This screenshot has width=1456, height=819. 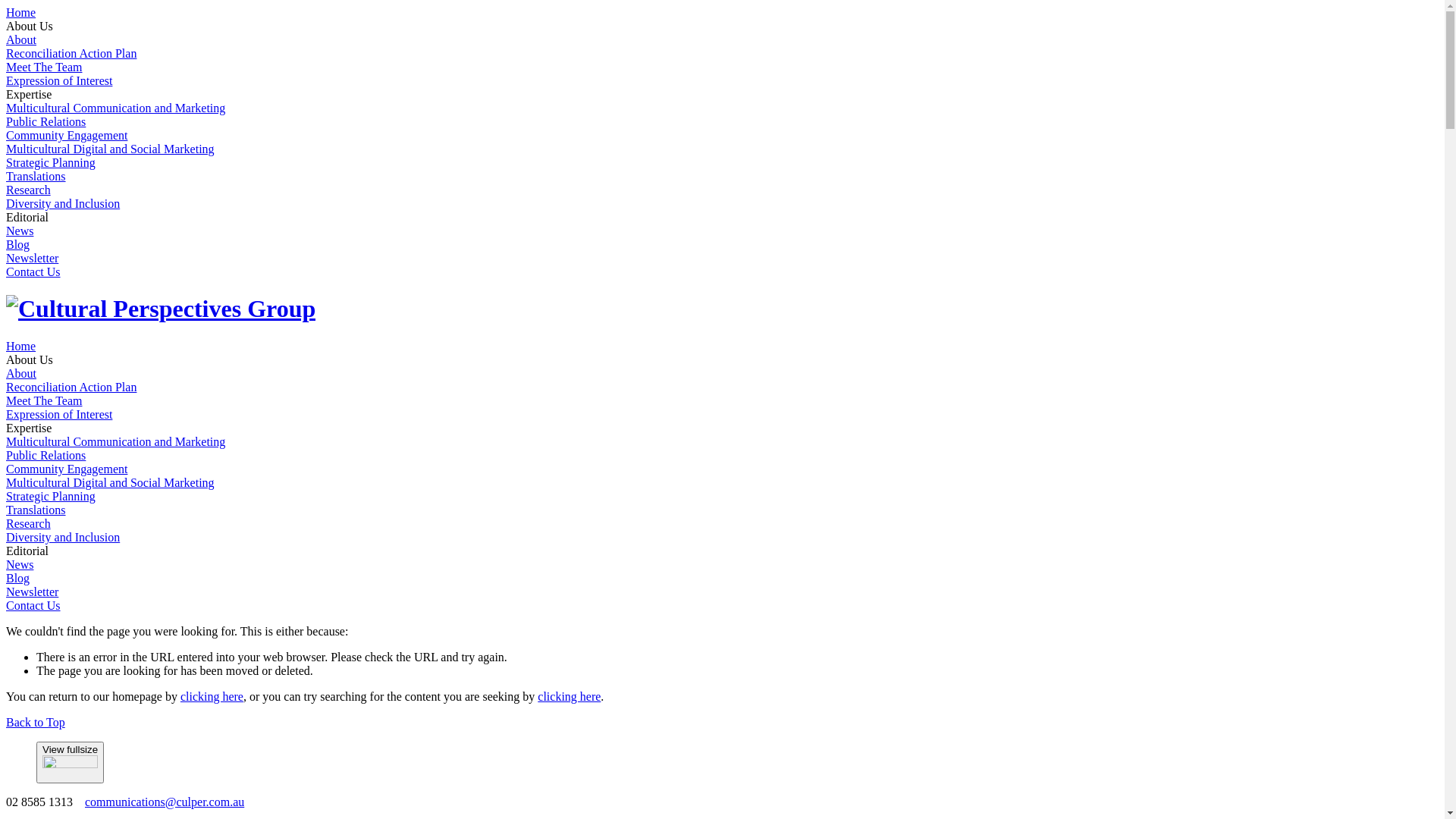 What do you see at coordinates (65, 134) in the screenshot?
I see `'Community Engagement'` at bounding box center [65, 134].